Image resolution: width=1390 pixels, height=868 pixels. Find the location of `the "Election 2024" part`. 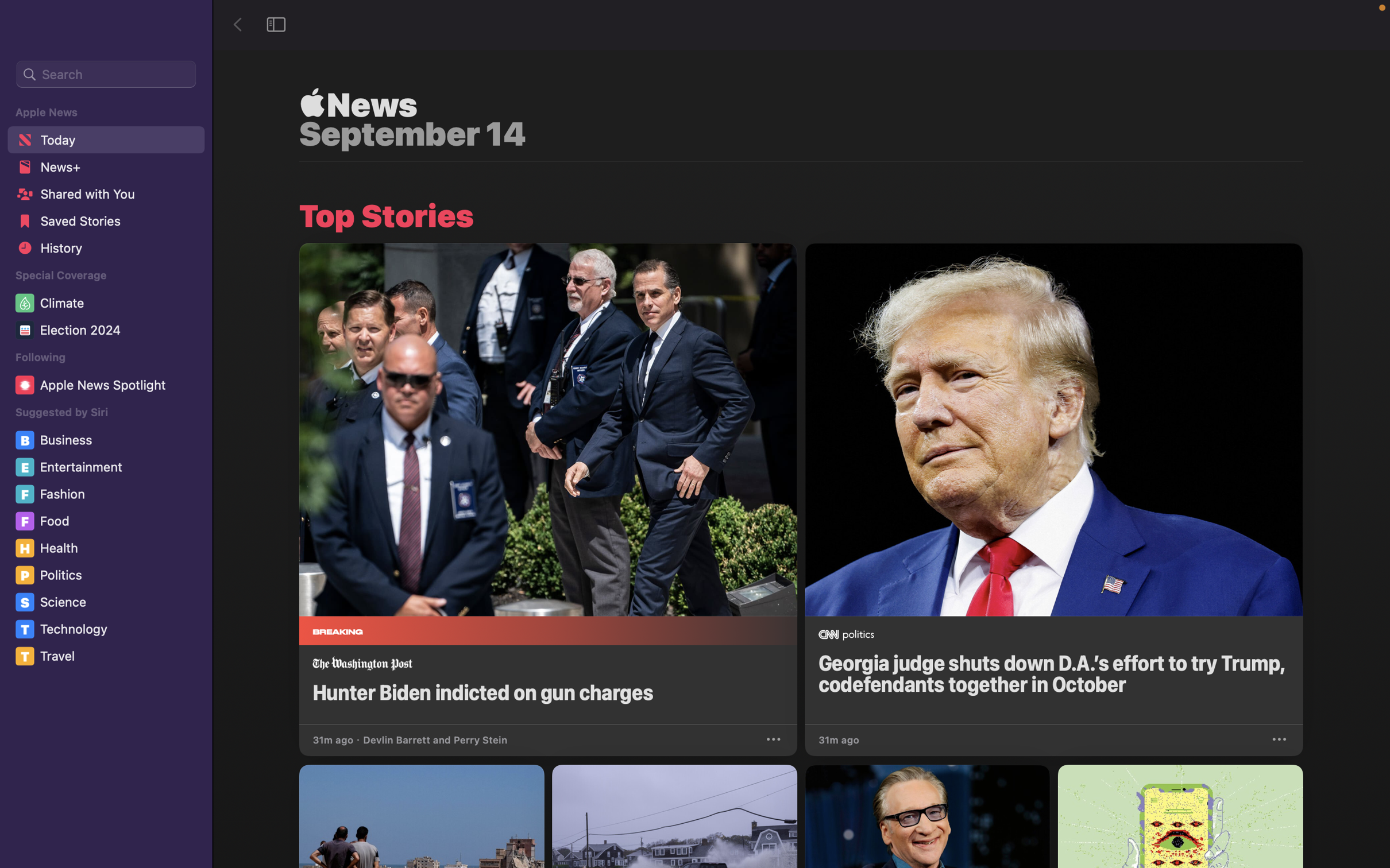

the "Election 2024" part is located at coordinates (107, 332).